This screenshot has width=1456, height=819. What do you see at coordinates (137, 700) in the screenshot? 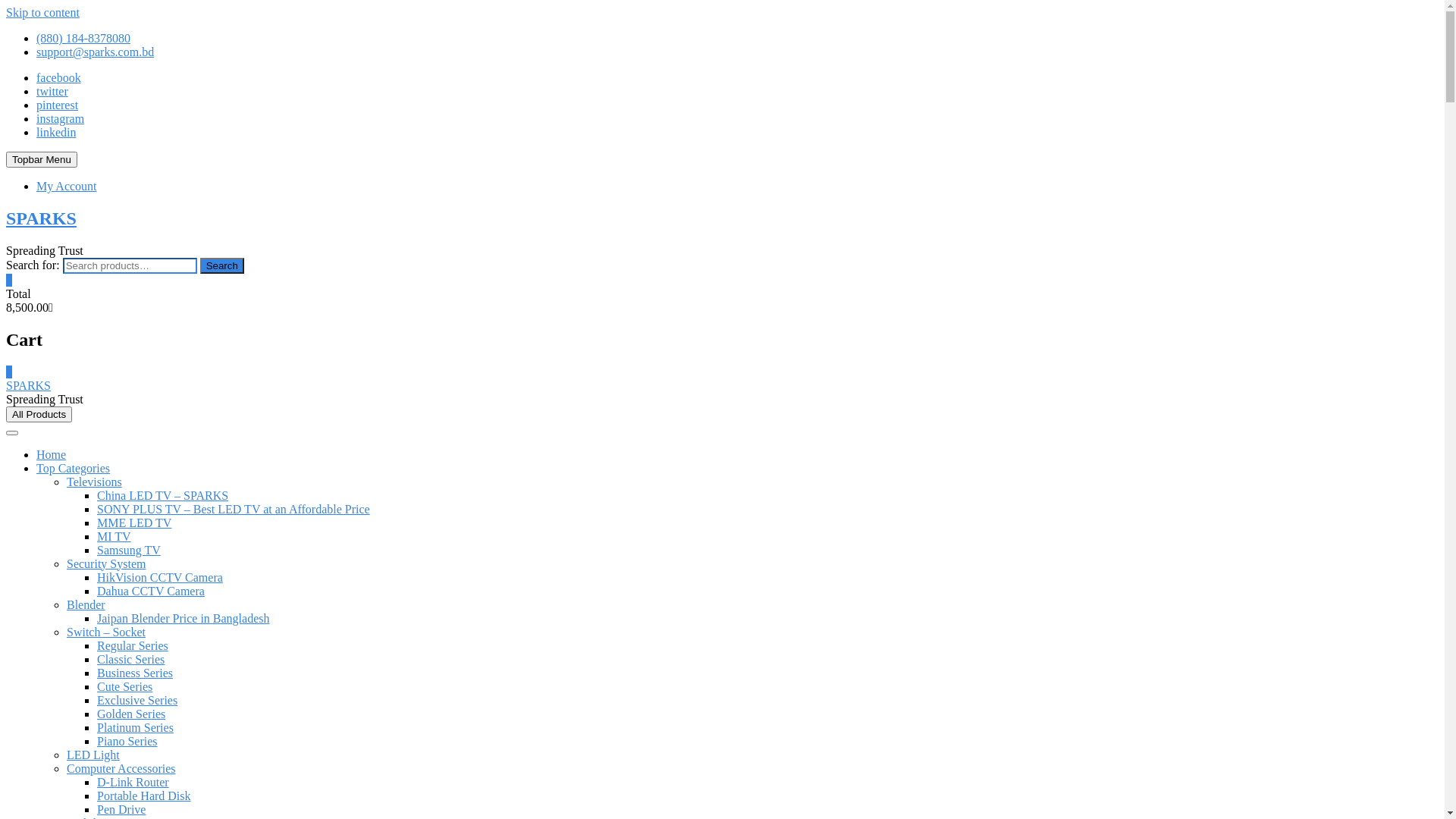
I see `'Exclusive Series'` at bounding box center [137, 700].